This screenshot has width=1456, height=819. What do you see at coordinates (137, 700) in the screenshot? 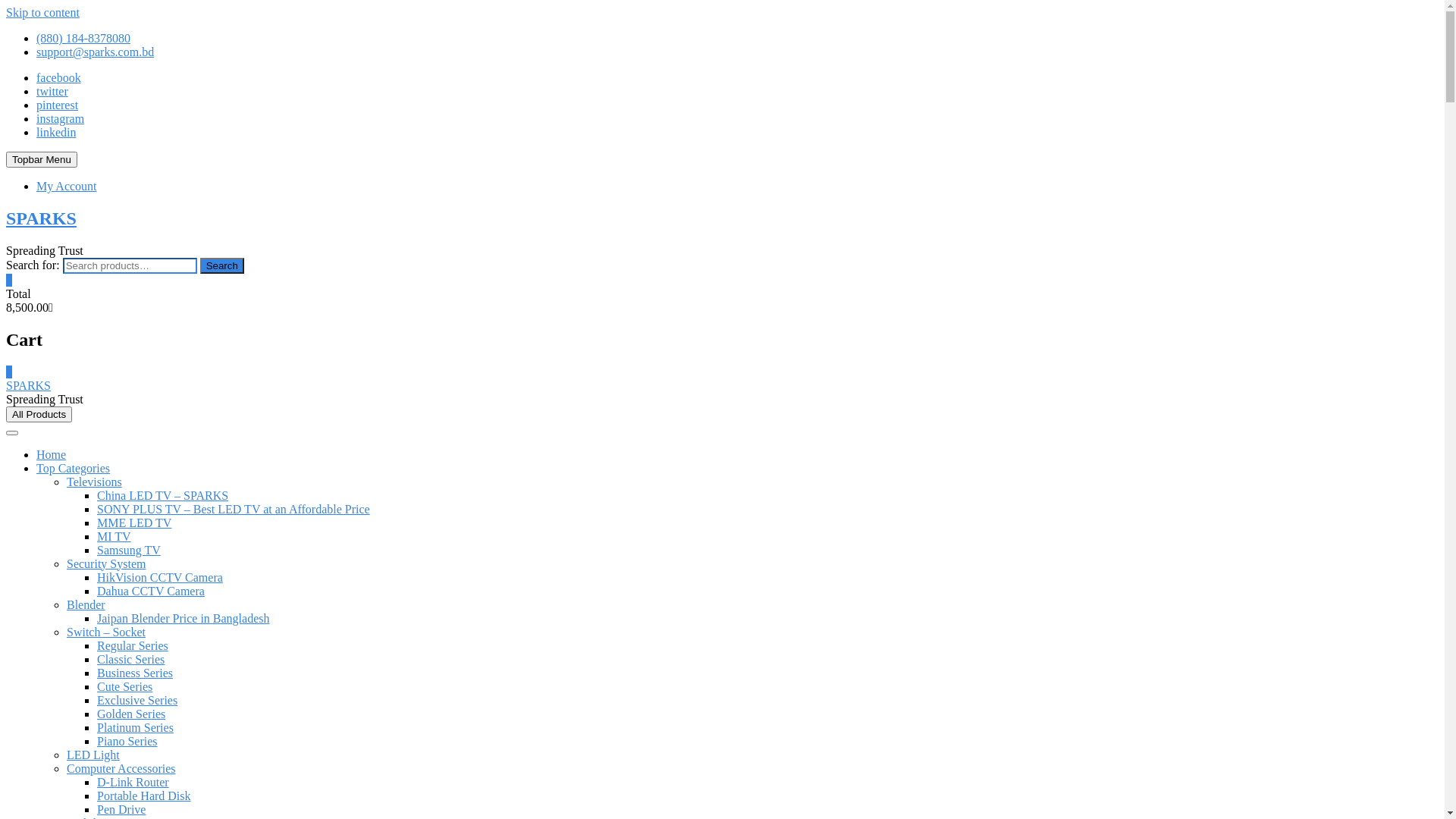
I see `'Exclusive Series'` at bounding box center [137, 700].